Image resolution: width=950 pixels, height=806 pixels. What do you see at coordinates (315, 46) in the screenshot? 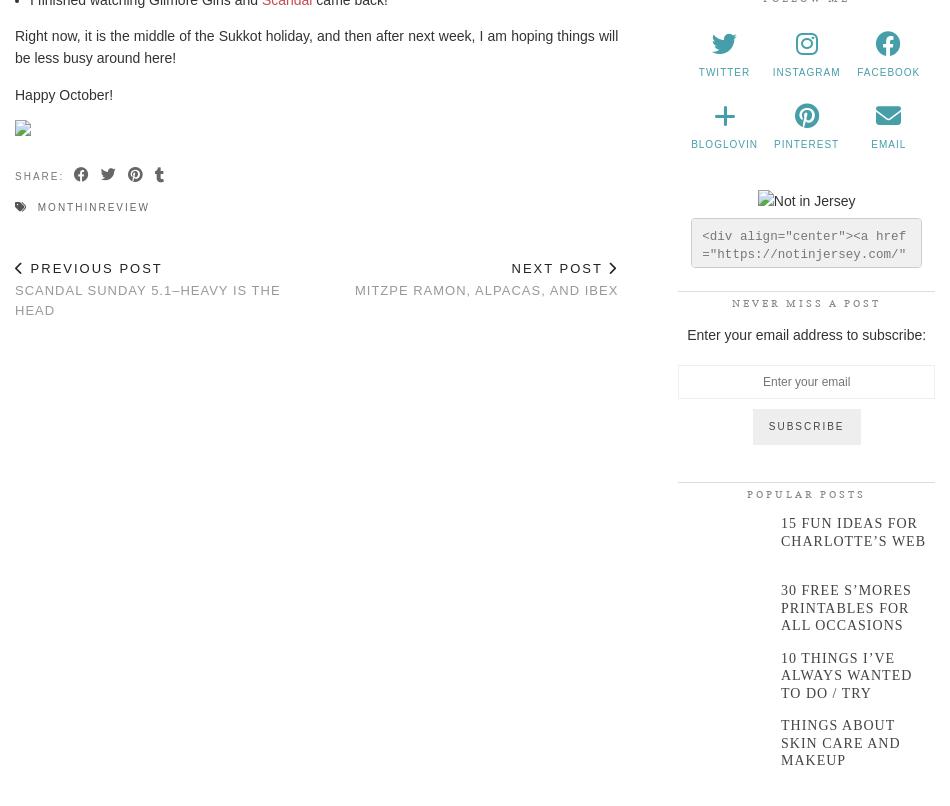
I see `'Right now, it is the middle of the Sukkot holiday, and then after next week, I am hoping things will be less busy around here!'` at bounding box center [315, 46].